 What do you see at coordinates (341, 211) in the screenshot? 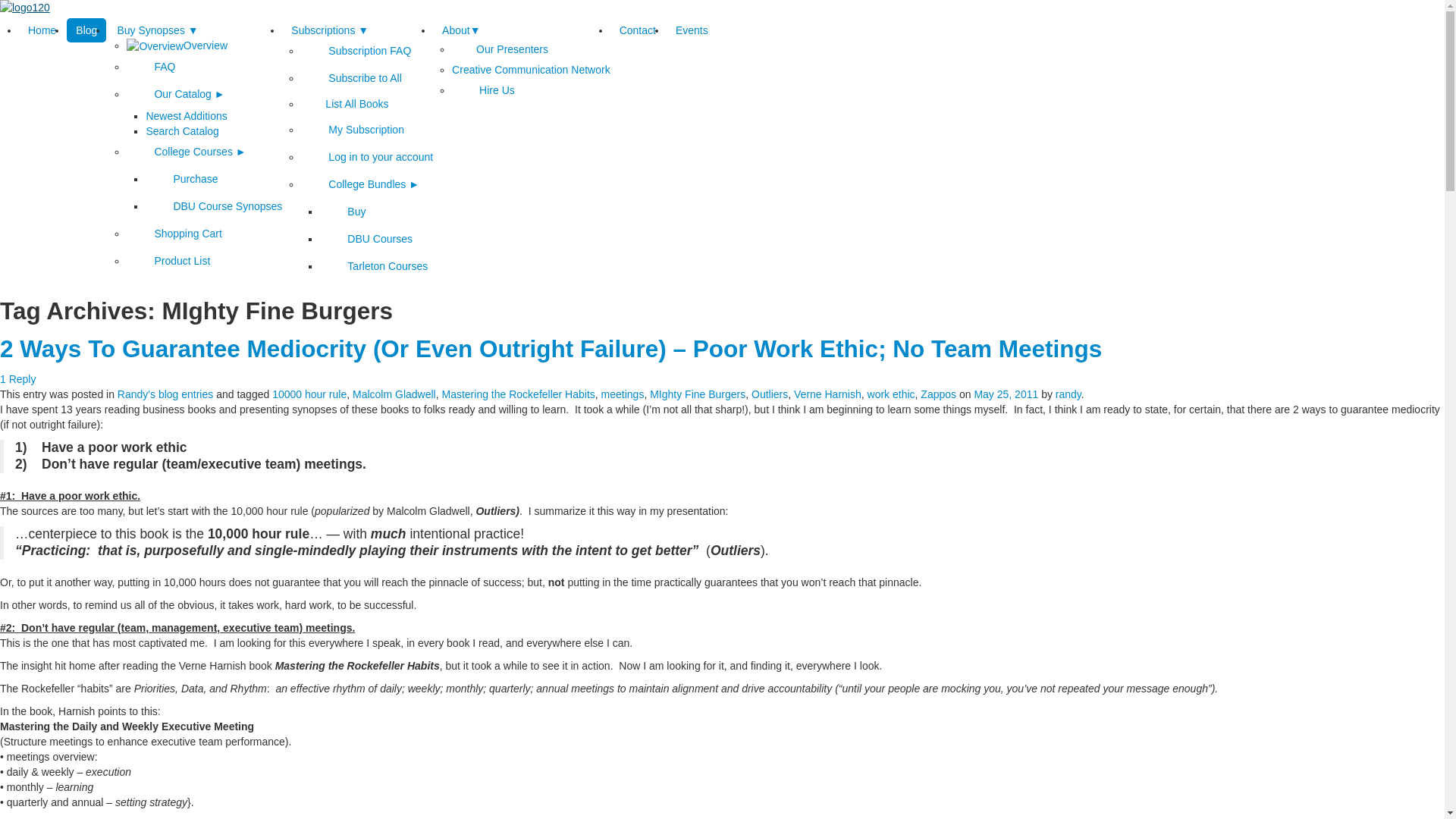
I see `'Buy'` at bounding box center [341, 211].